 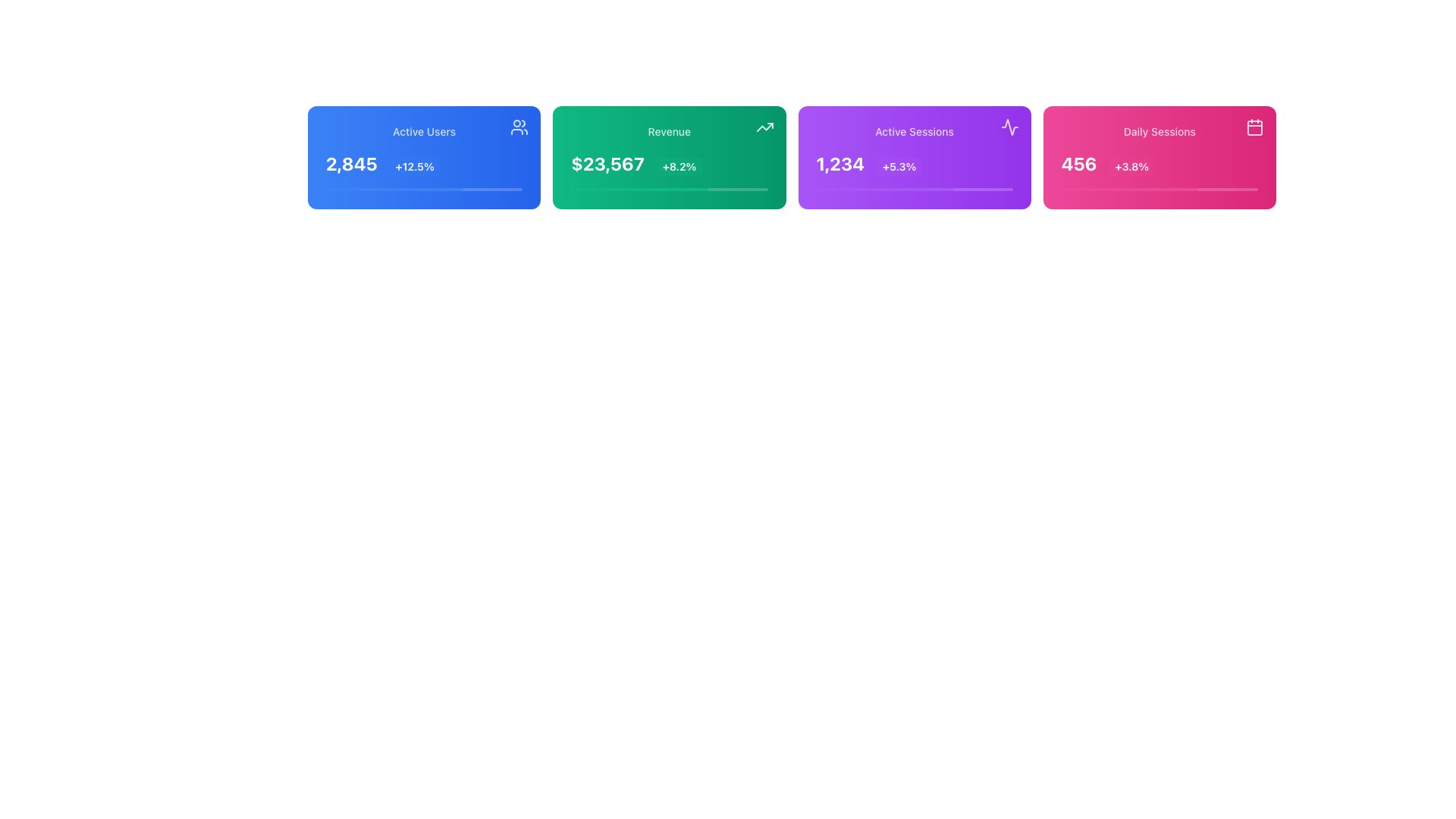 What do you see at coordinates (607, 164) in the screenshot?
I see `the text element displaying the revenue value, located within the green card titled 'Revenue' and aligned to the left as the first piece of information` at bounding box center [607, 164].